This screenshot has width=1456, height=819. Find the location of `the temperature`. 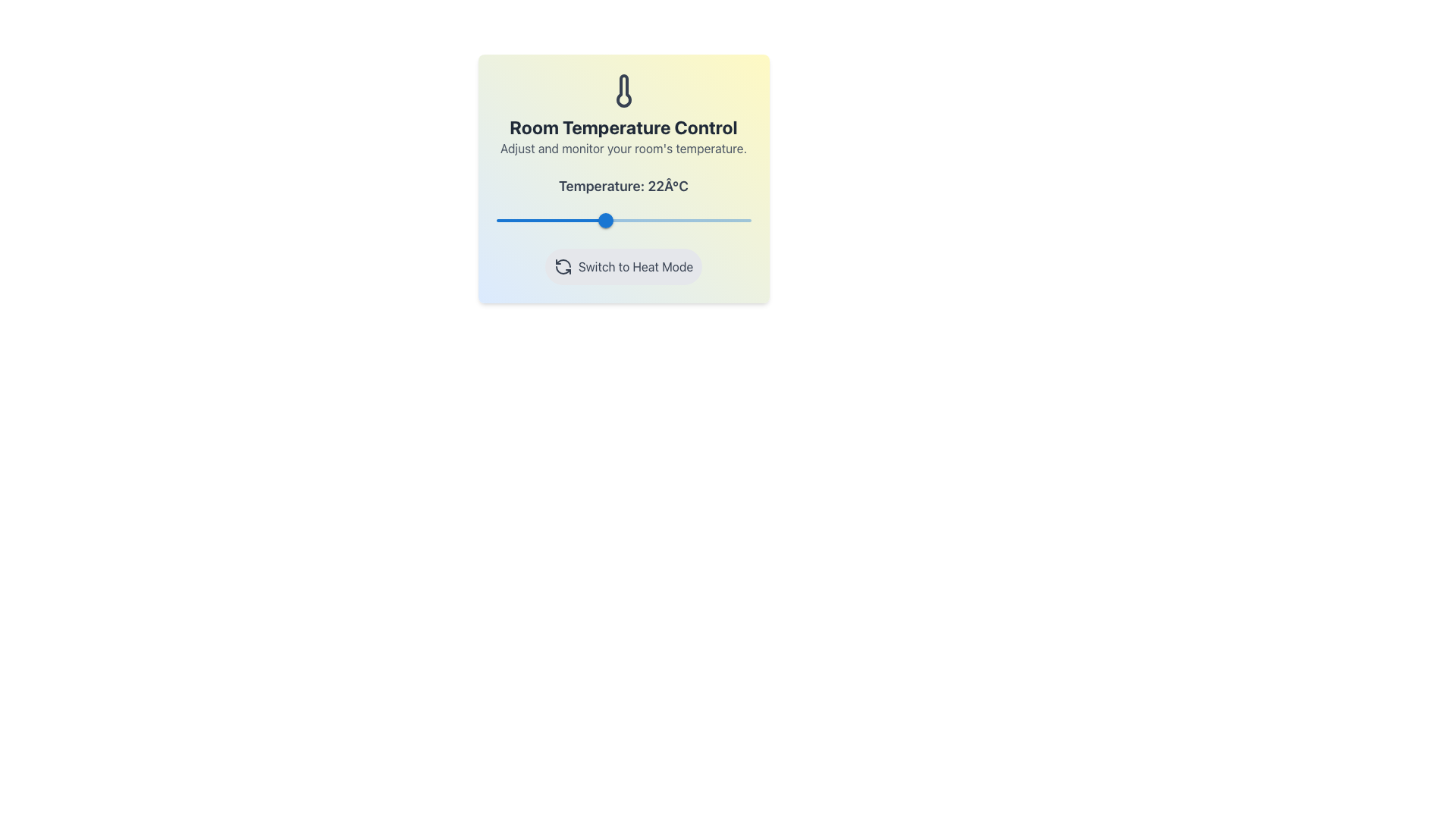

the temperature is located at coordinates (667, 220).